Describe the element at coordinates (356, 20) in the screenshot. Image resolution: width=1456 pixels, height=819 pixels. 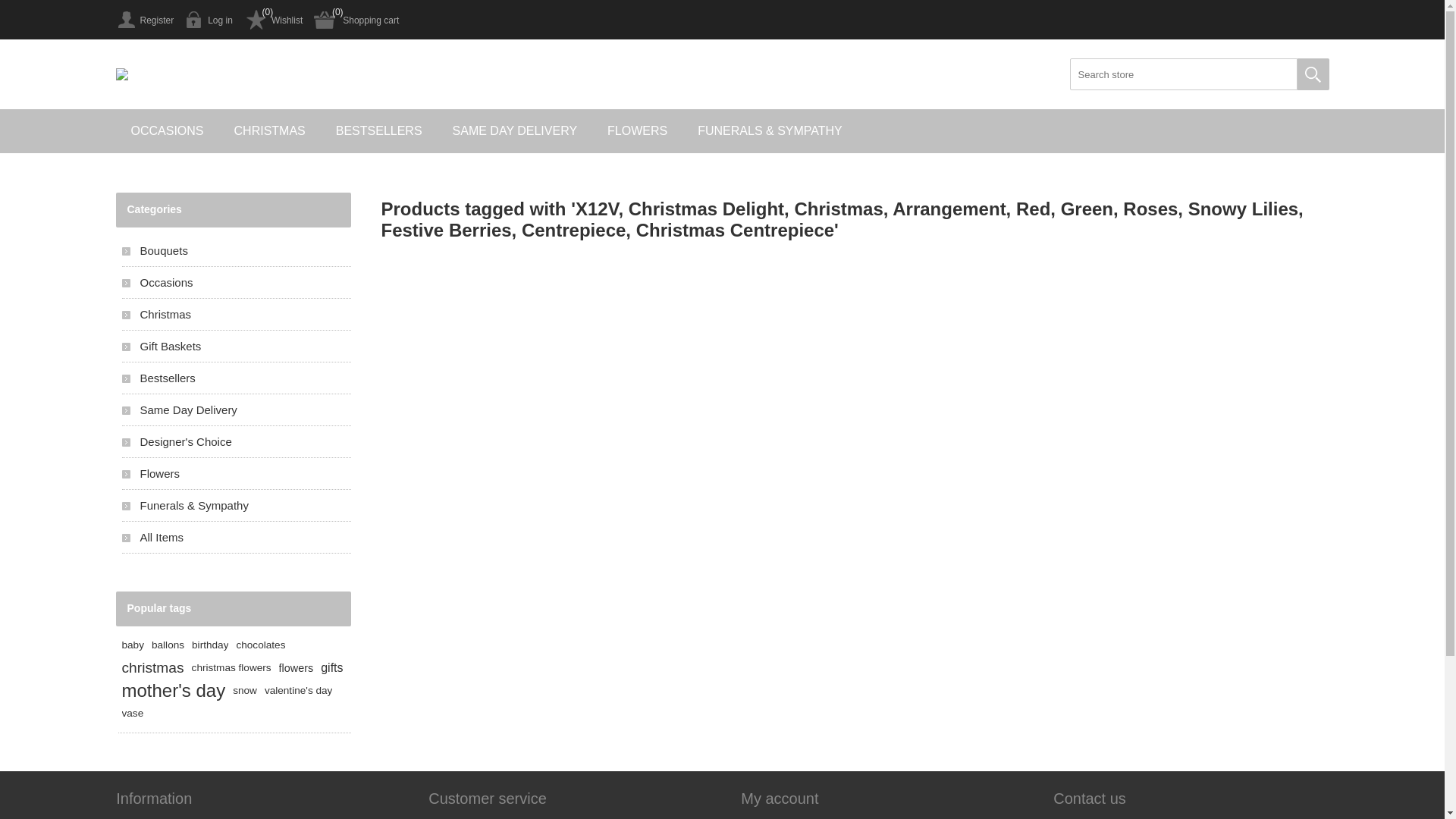
I see `'Shopping cart'` at that location.